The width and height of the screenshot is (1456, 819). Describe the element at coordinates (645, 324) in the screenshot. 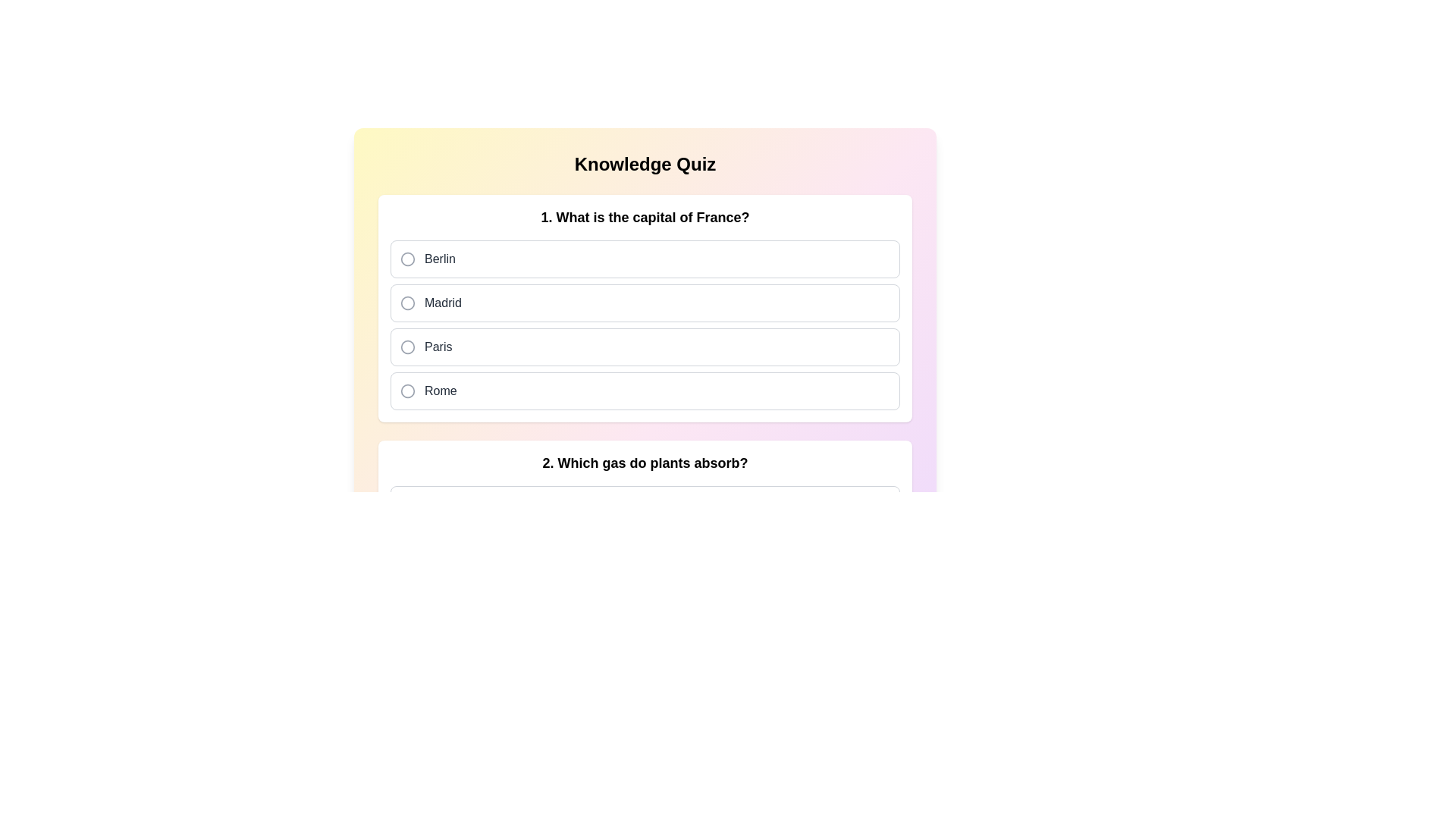

I see `the 'Paris' radio button option` at that location.